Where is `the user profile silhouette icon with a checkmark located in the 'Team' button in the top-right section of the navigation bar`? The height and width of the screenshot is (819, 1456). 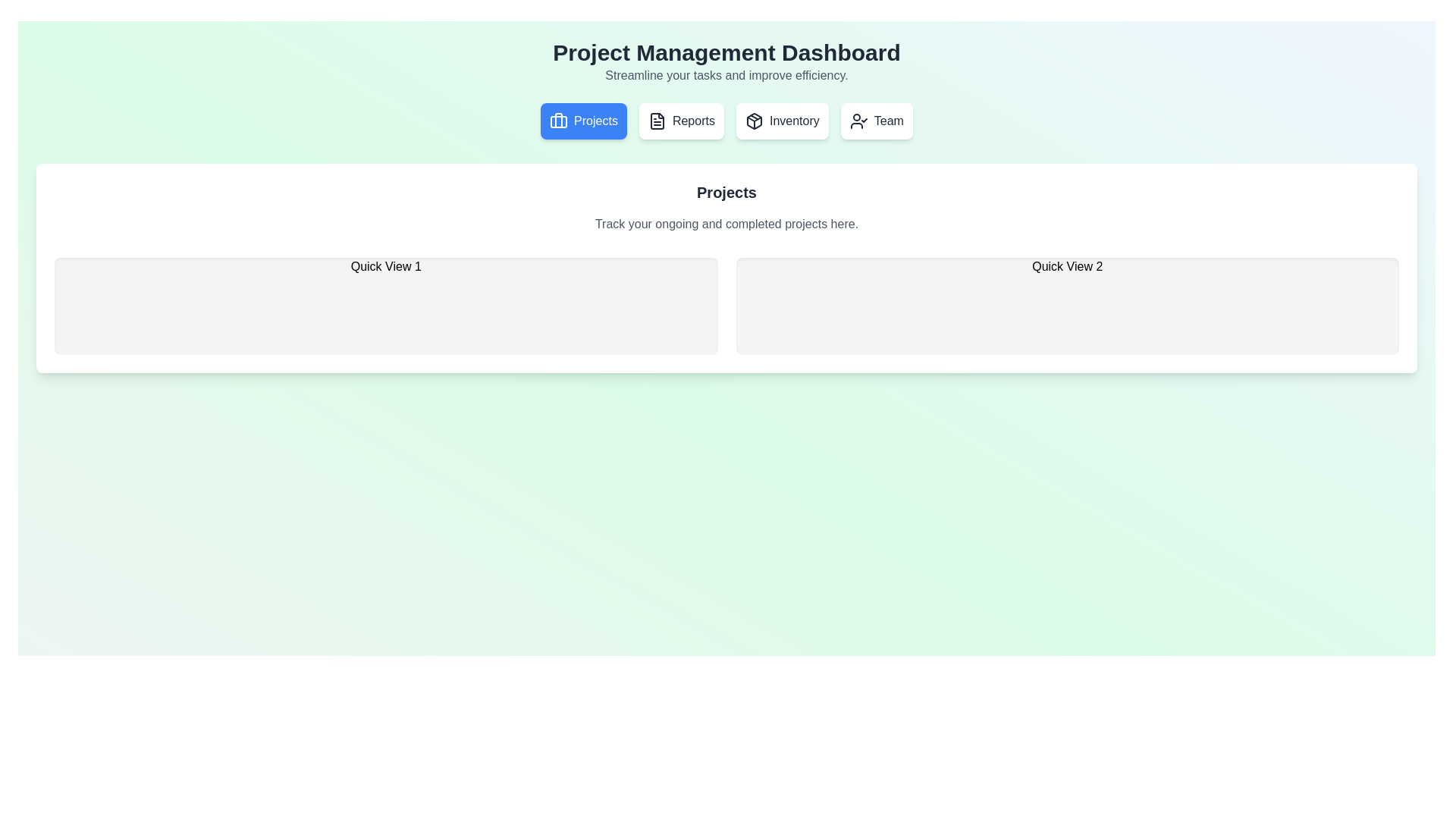
the user profile silhouette icon with a checkmark located in the 'Team' button in the top-right section of the navigation bar is located at coordinates (858, 120).